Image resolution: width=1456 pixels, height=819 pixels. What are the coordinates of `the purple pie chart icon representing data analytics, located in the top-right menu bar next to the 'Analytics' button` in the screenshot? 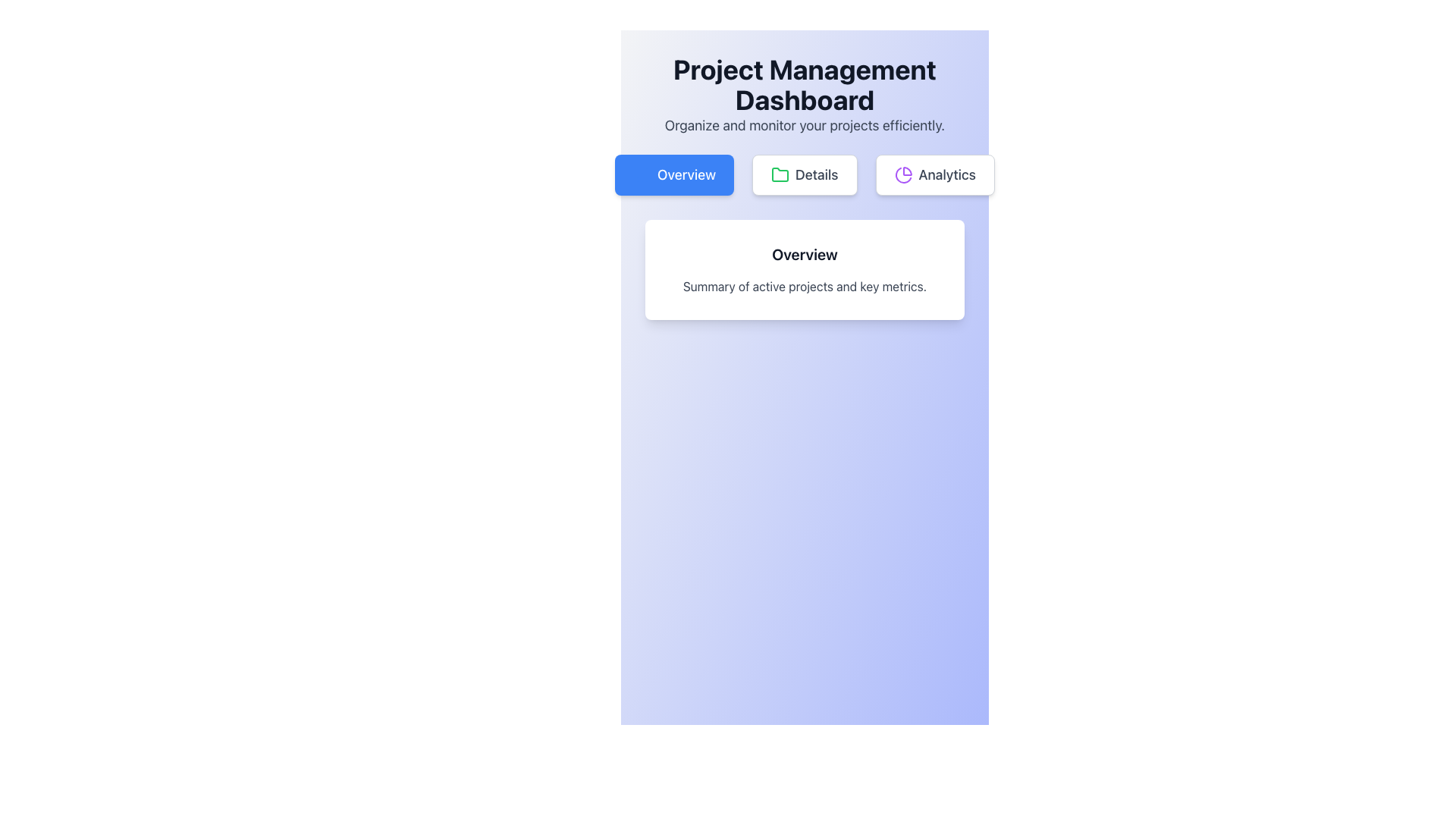 It's located at (903, 174).